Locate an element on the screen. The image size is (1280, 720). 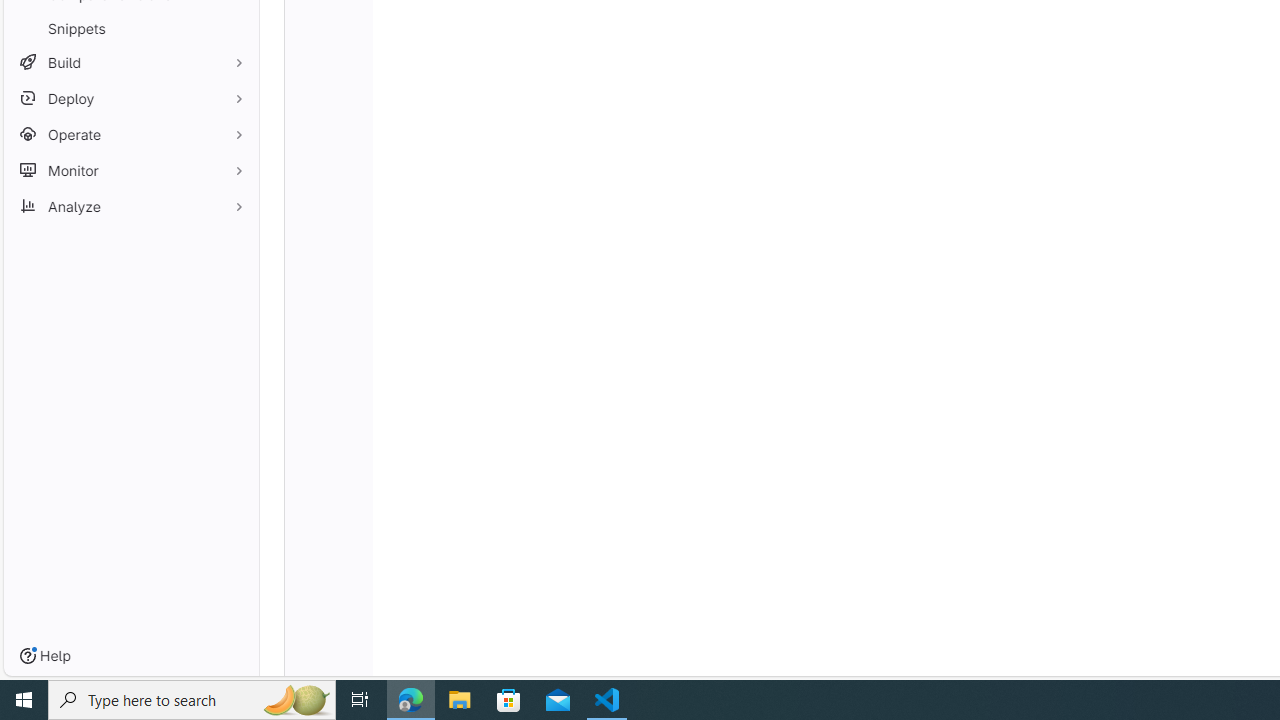
'Analyze' is located at coordinates (130, 206).